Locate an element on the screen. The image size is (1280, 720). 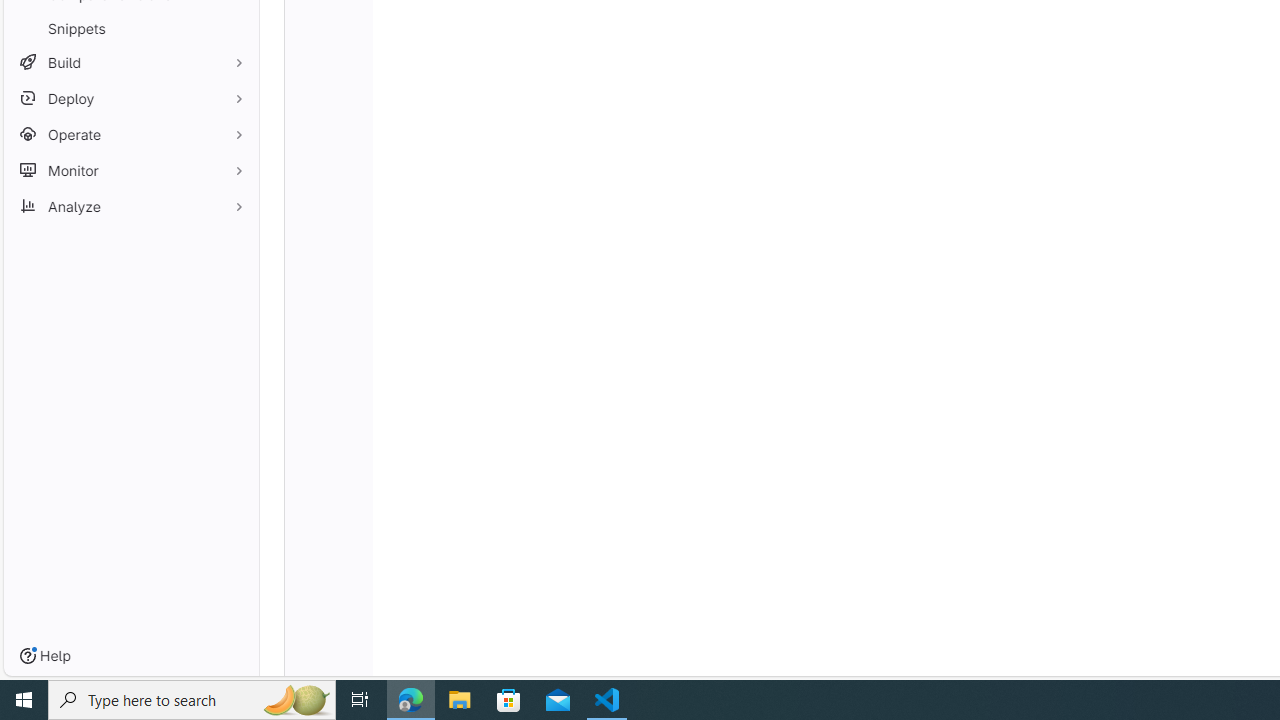
'Analyze' is located at coordinates (130, 206).